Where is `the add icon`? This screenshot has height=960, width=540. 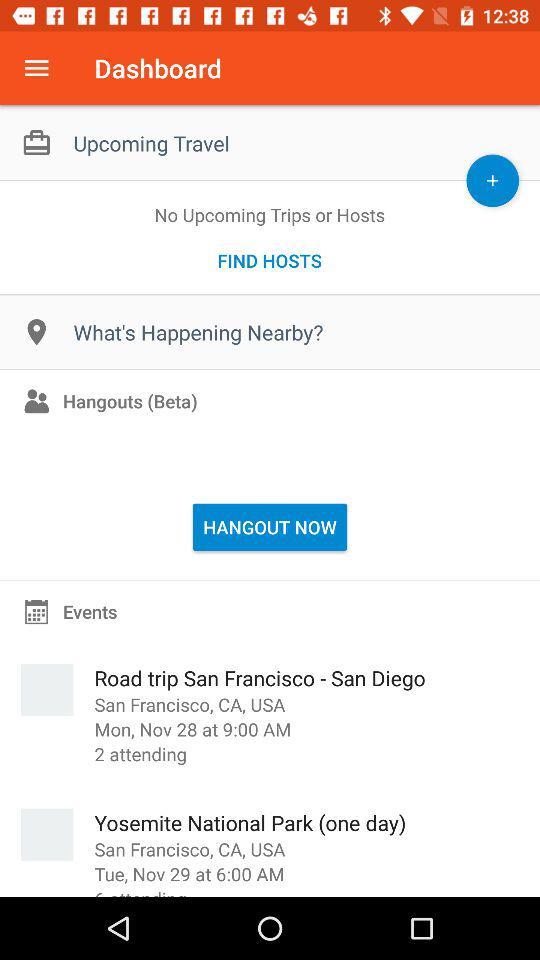
the add icon is located at coordinates (491, 179).